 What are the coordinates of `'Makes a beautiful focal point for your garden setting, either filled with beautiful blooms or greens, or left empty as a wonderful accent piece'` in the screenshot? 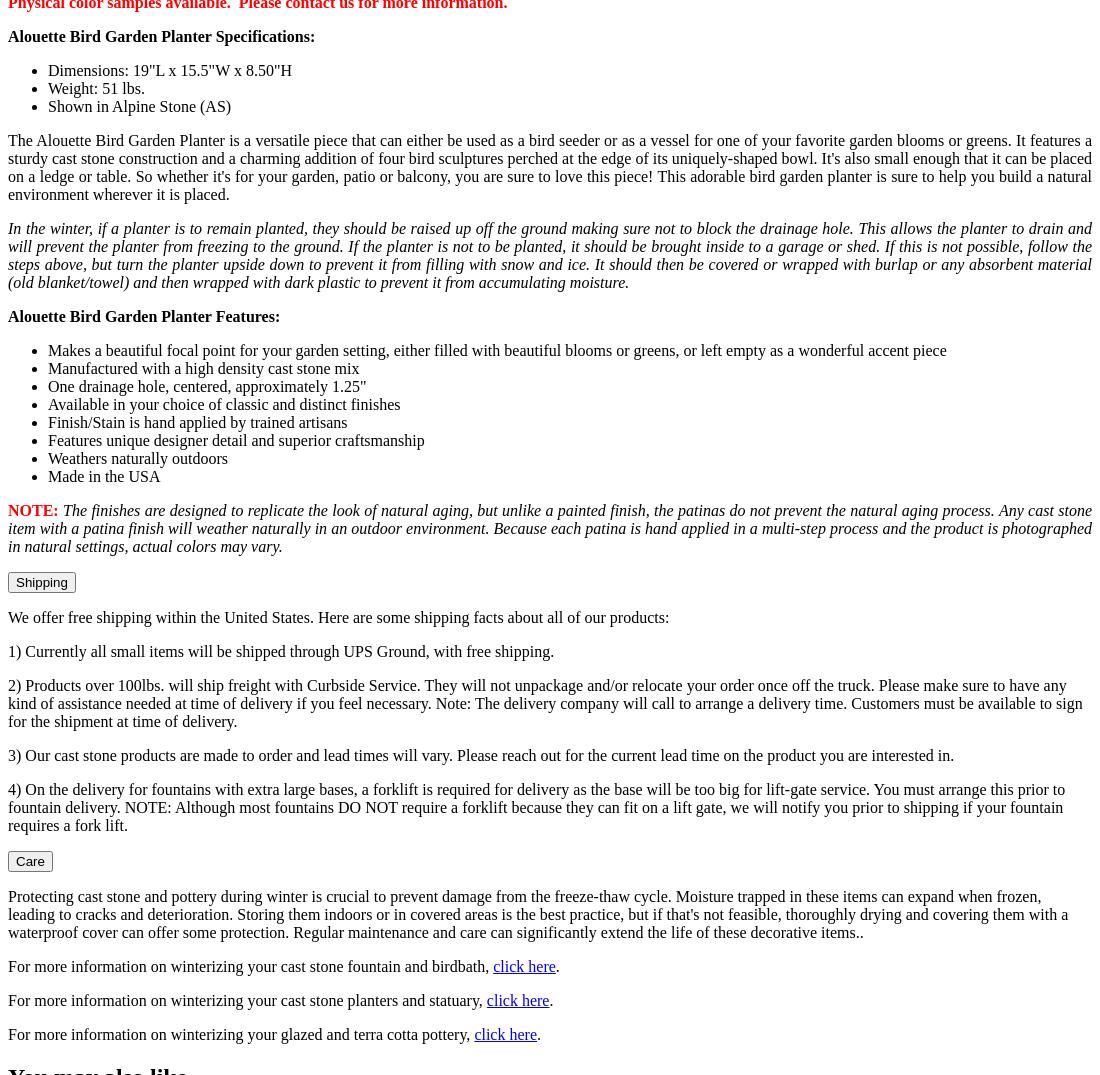 It's located at (496, 350).